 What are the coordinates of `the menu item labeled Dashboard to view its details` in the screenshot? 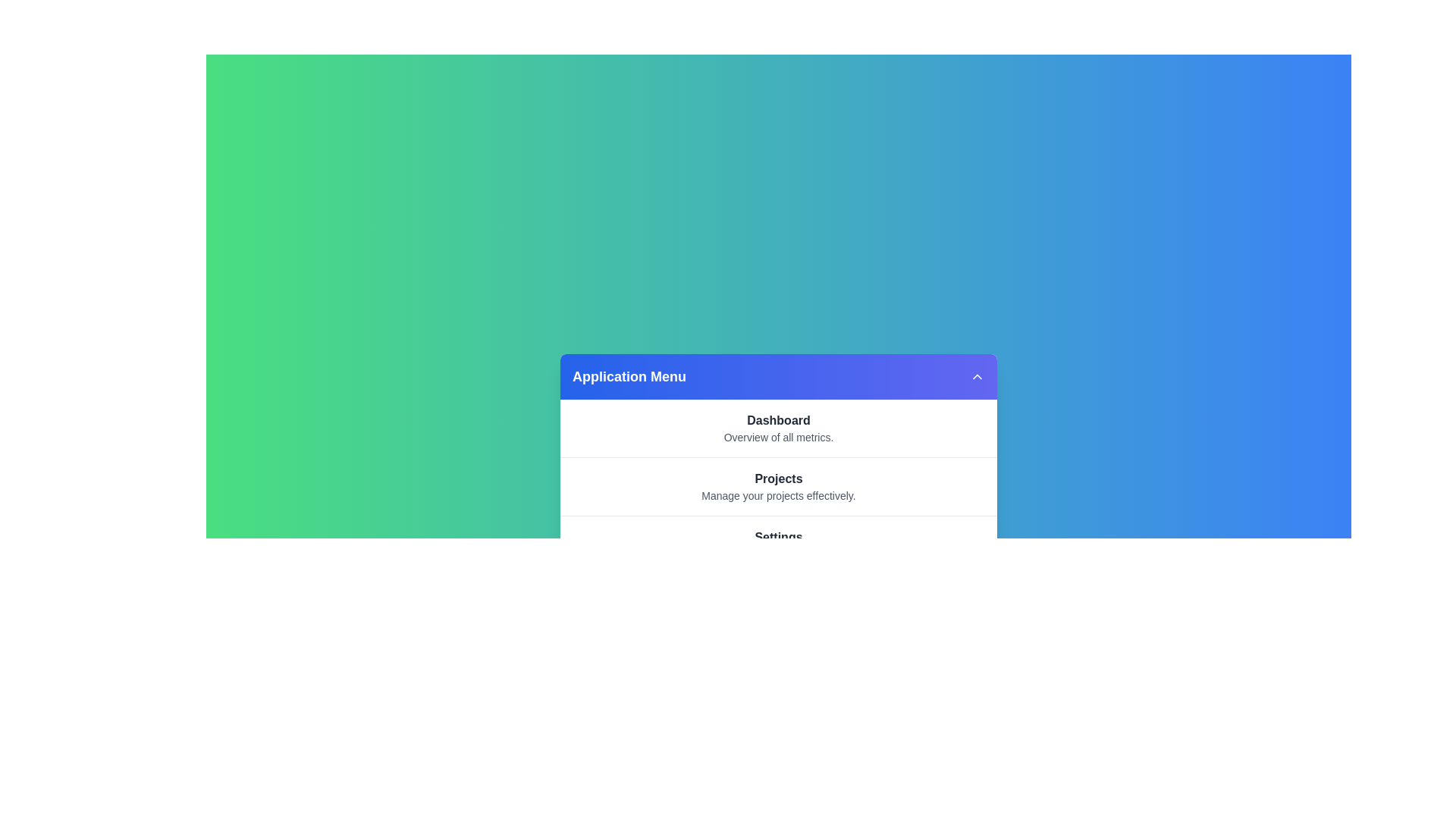 It's located at (779, 421).